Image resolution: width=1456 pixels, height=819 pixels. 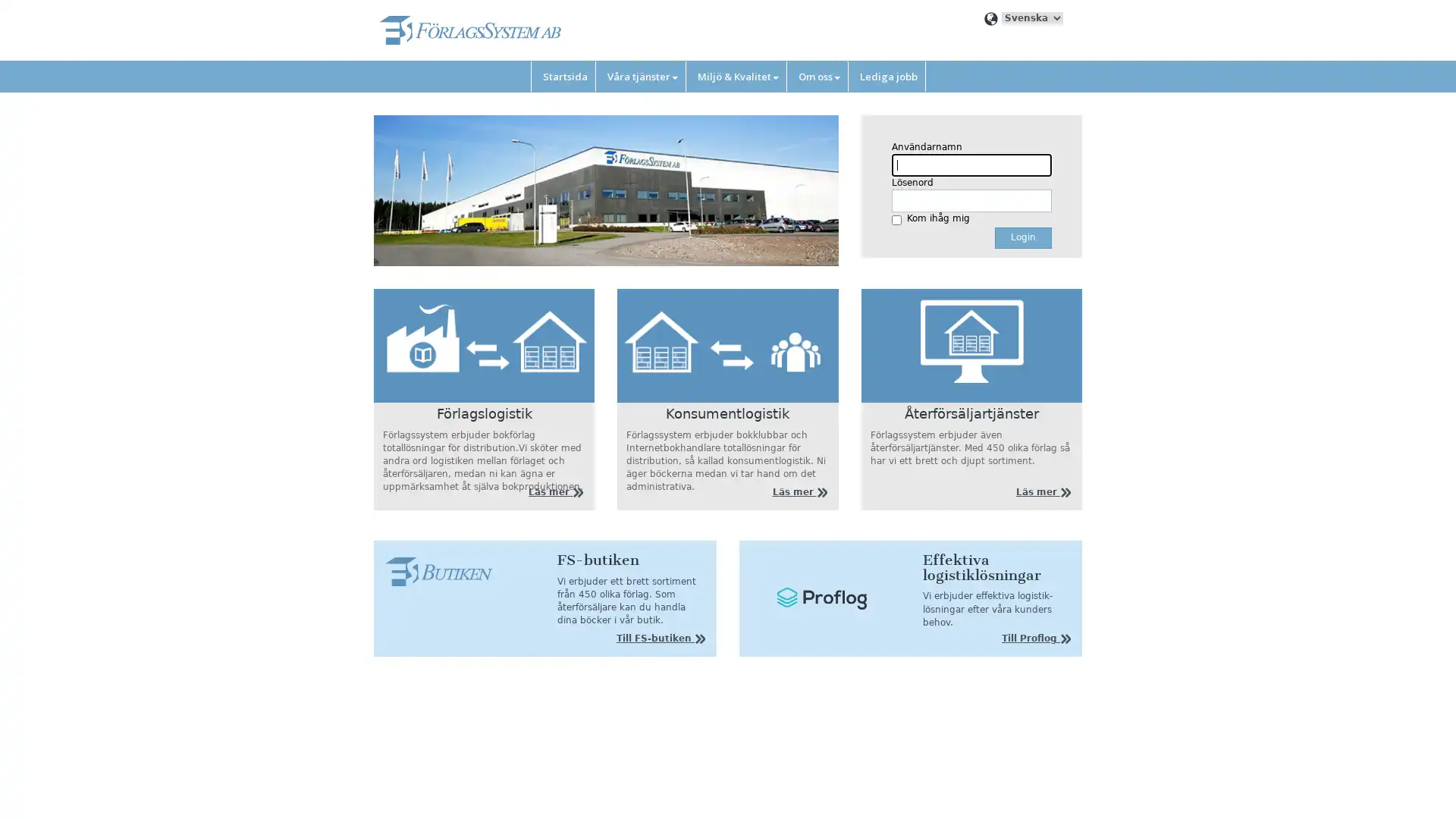 What do you see at coordinates (1022, 237) in the screenshot?
I see `Login` at bounding box center [1022, 237].